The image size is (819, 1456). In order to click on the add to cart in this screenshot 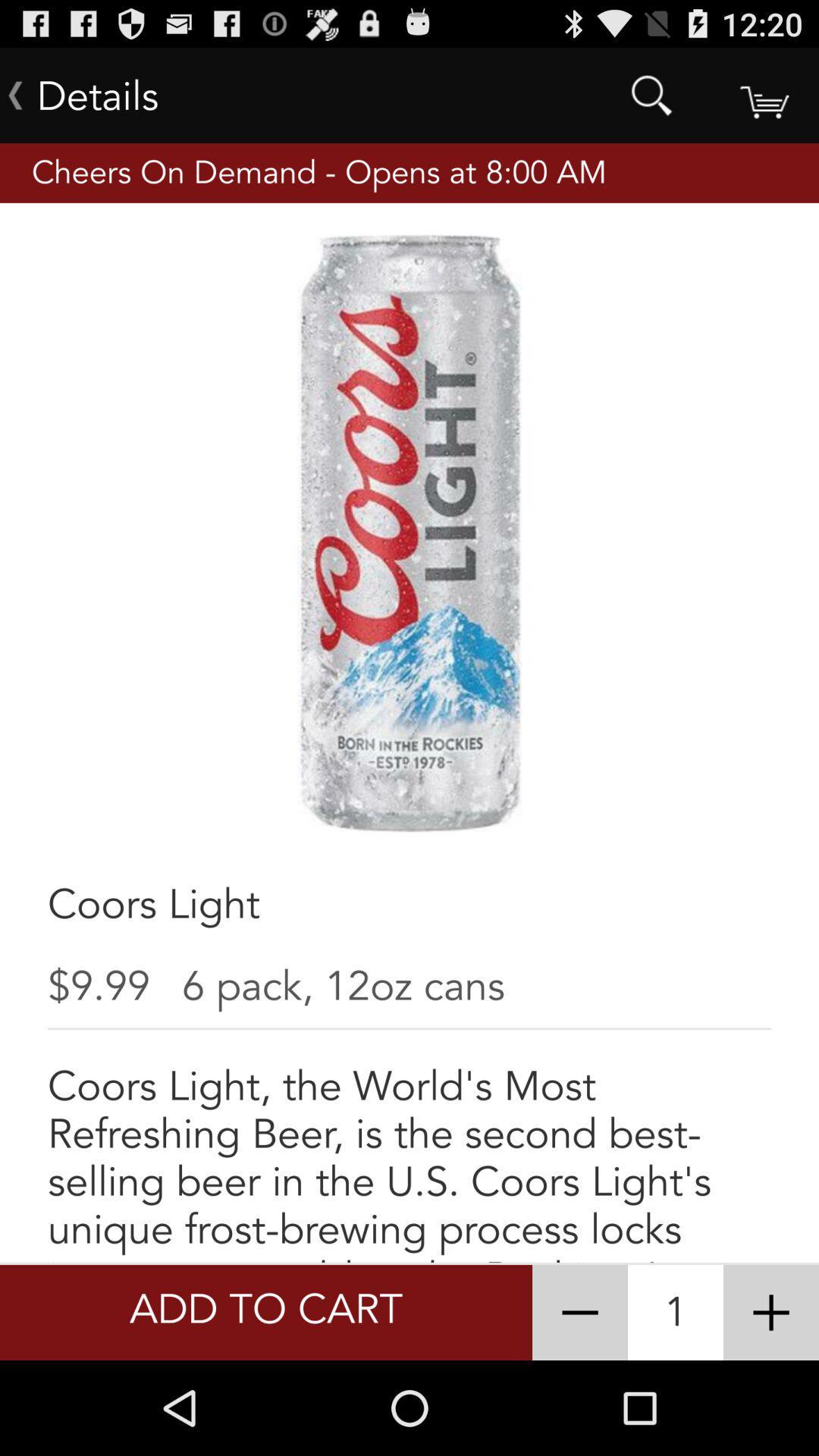, I will do `click(265, 1312)`.